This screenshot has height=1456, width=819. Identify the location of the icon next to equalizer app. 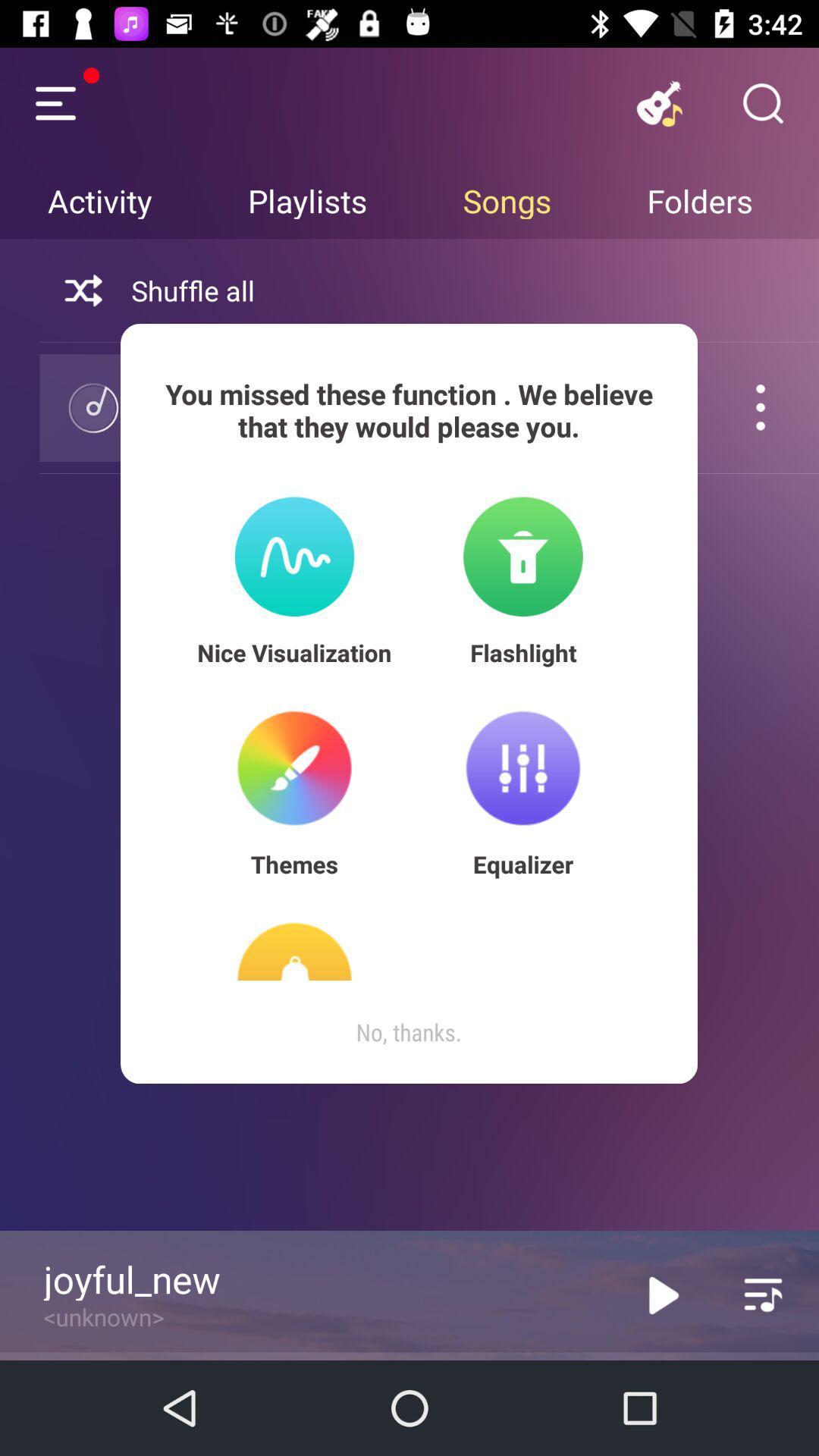
(294, 864).